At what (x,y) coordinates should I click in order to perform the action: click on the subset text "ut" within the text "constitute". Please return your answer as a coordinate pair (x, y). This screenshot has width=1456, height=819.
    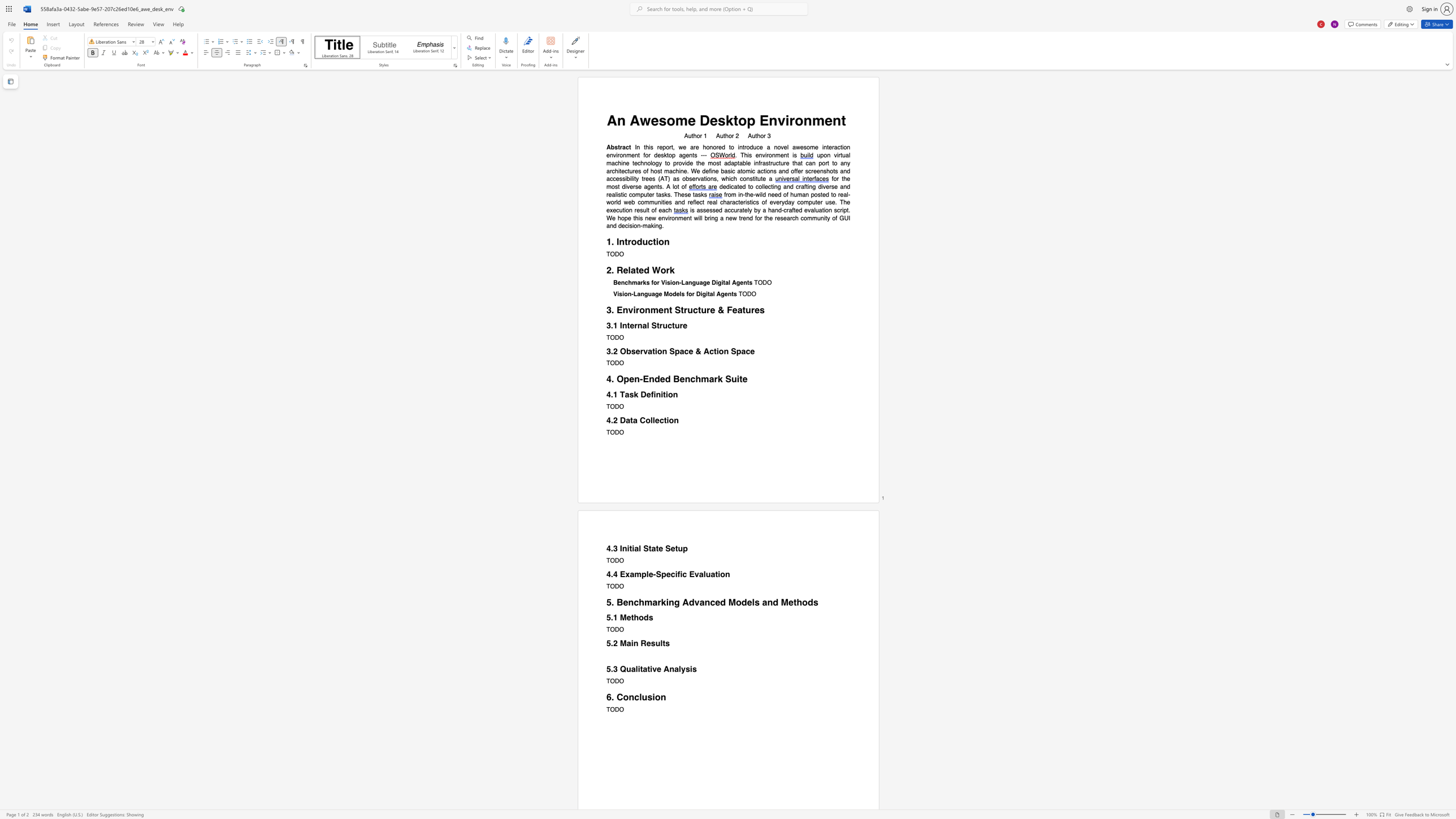
    Looking at the image, I should click on (757, 179).